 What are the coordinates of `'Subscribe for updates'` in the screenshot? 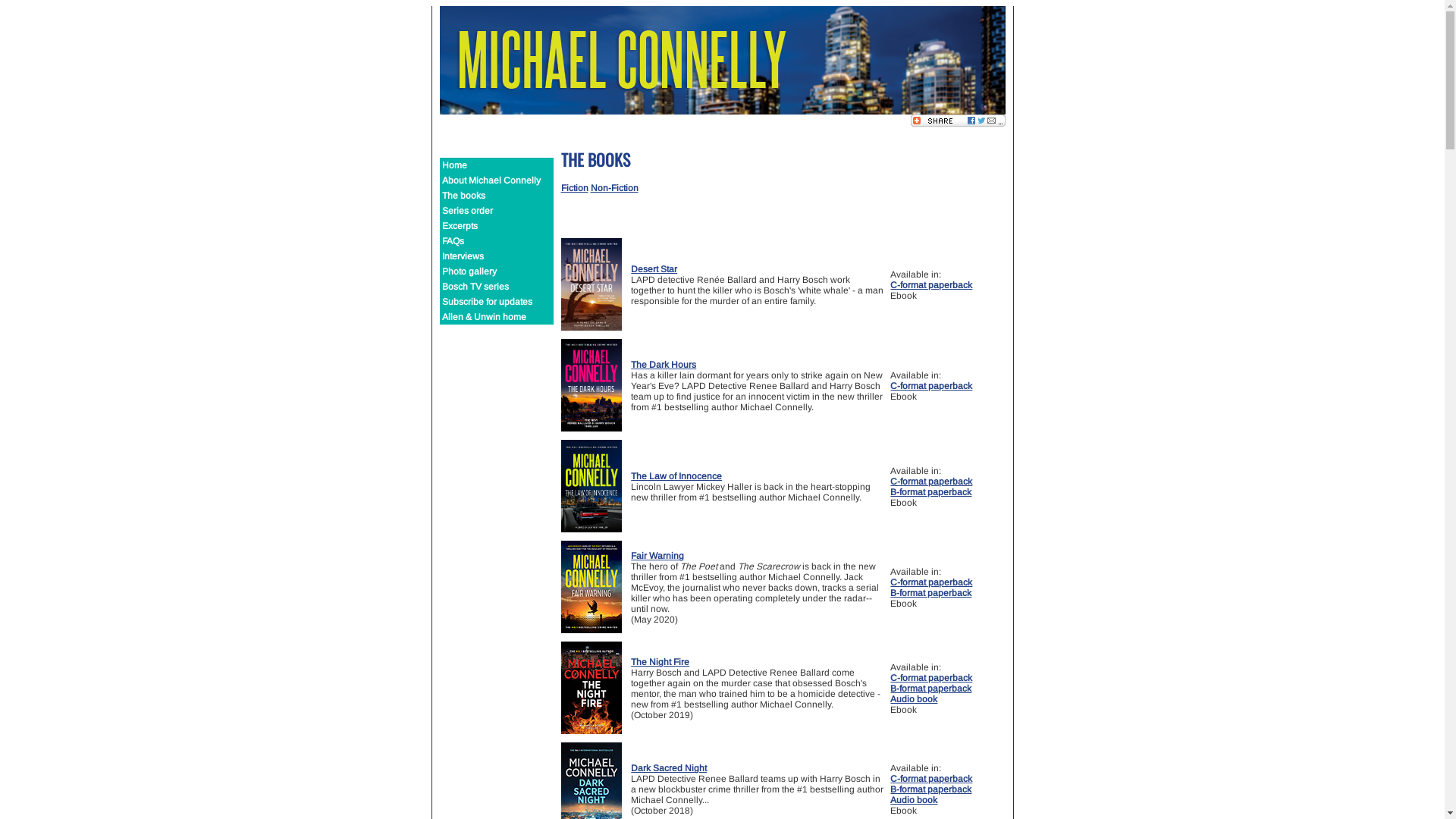 It's located at (496, 301).